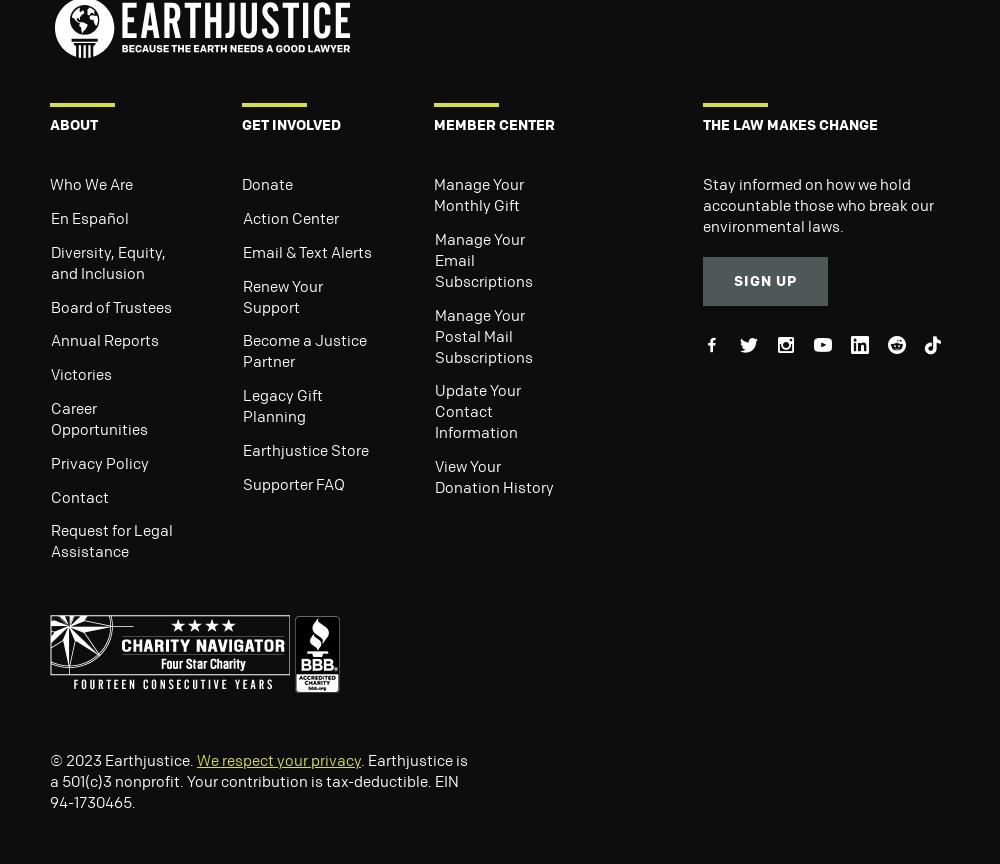 The height and width of the screenshot is (864, 1000). Describe the element at coordinates (242, 404) in the screenshot. I see `'Legacy Gift Planning'` at that location.